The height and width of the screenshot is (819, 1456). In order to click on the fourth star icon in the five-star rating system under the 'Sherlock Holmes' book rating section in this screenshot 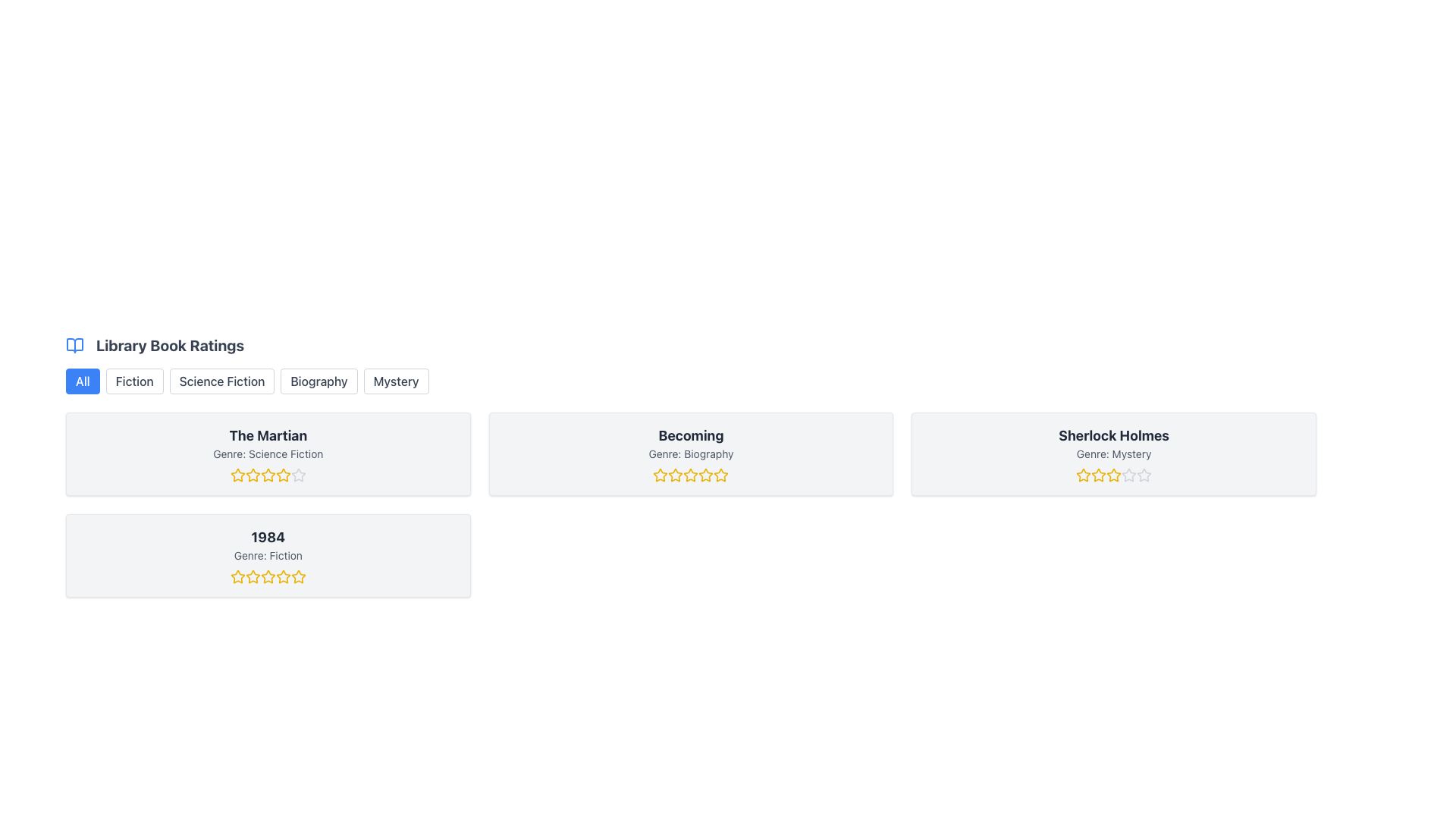, I will do `click(1128, 473)`.